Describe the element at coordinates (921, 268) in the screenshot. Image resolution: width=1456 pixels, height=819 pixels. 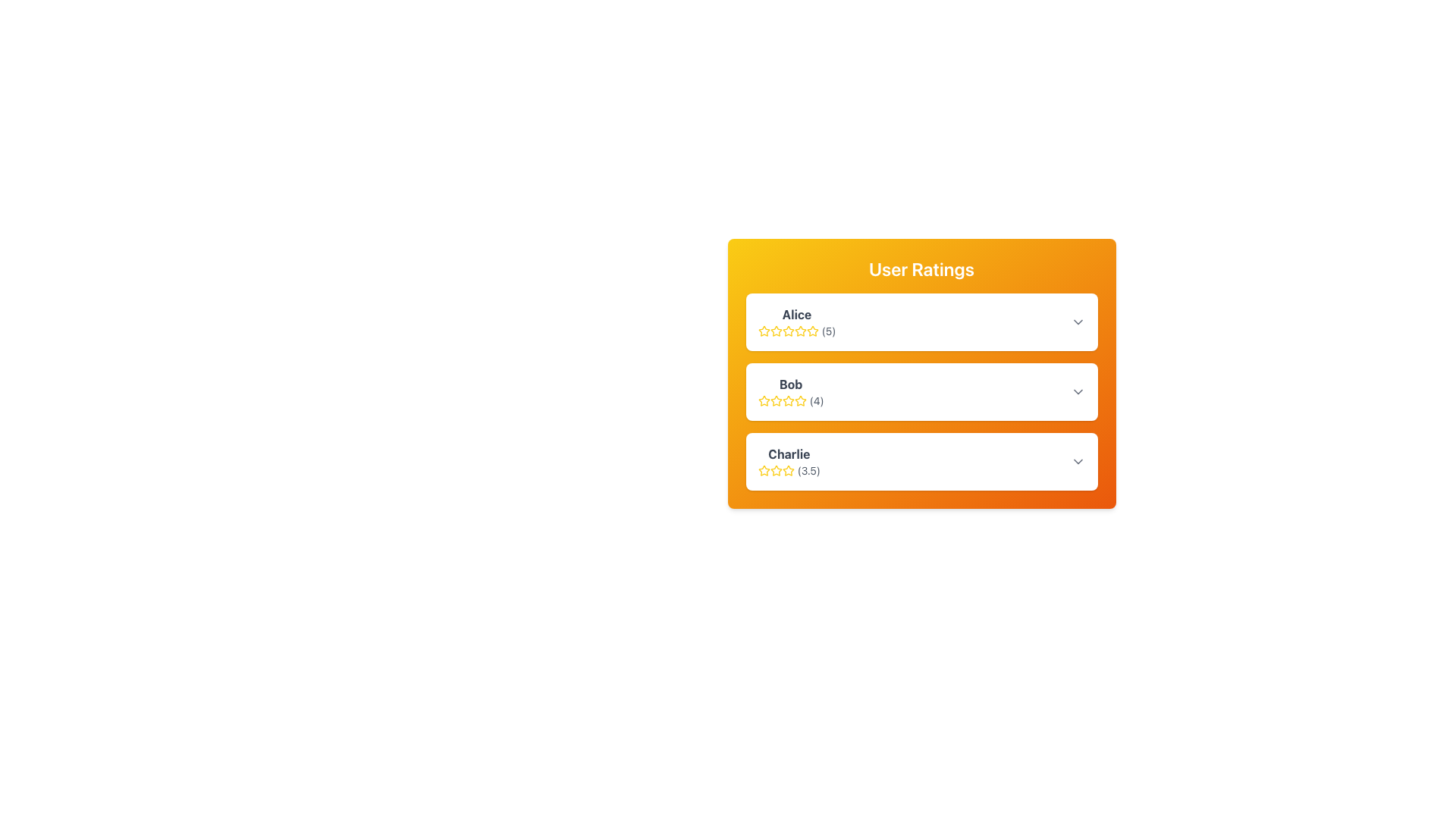
I see `the Text label that serves as a title for the ratings section, located at the top center of the orange gradient card` at that location.